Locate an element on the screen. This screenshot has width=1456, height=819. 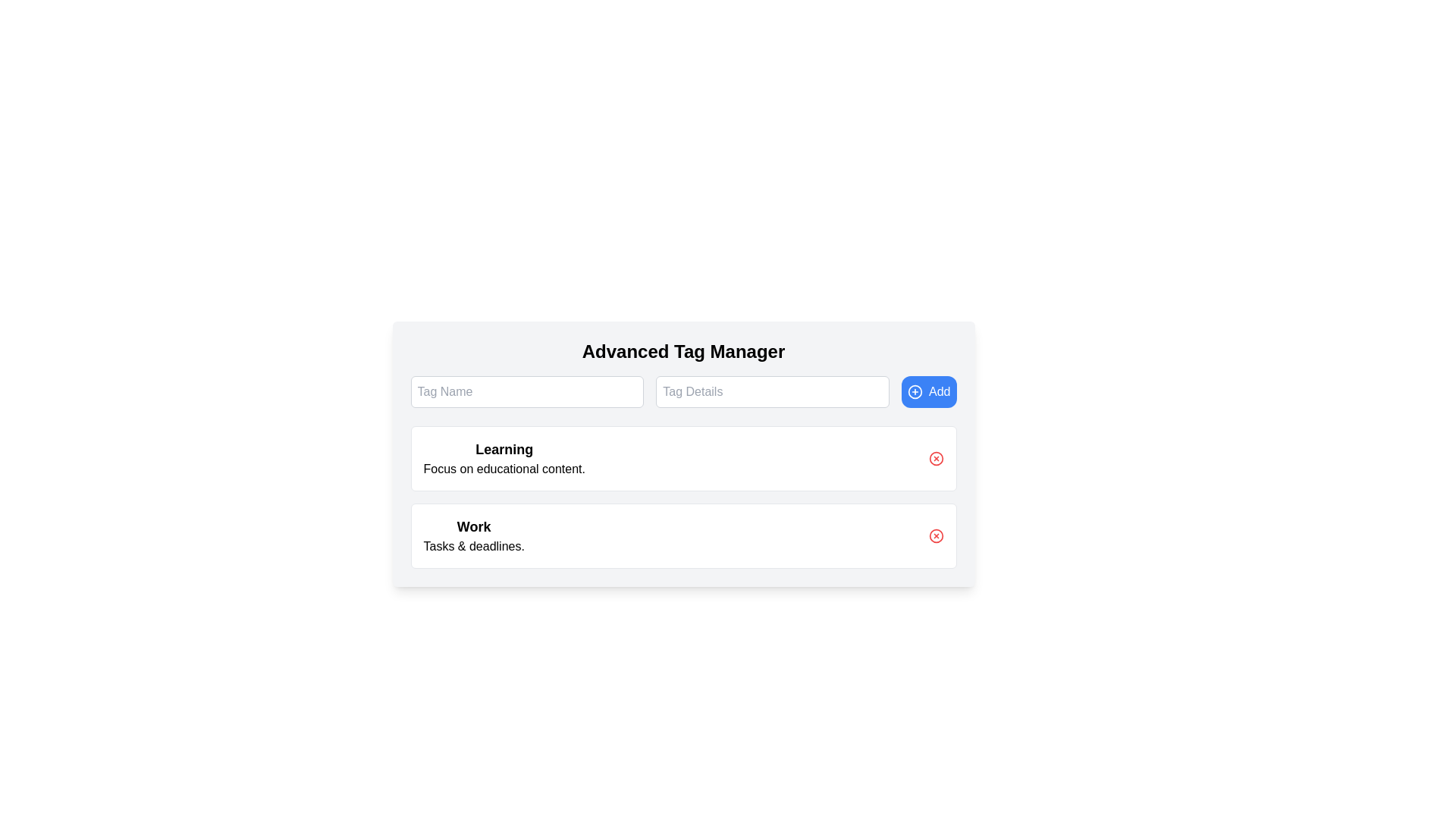
the 'Add' button icon indicating the addition of a new item, located at the top-right side of the interface, next to the 'Tag Name' and 'Tag Details' text fields is located at coordinates (915, 391).